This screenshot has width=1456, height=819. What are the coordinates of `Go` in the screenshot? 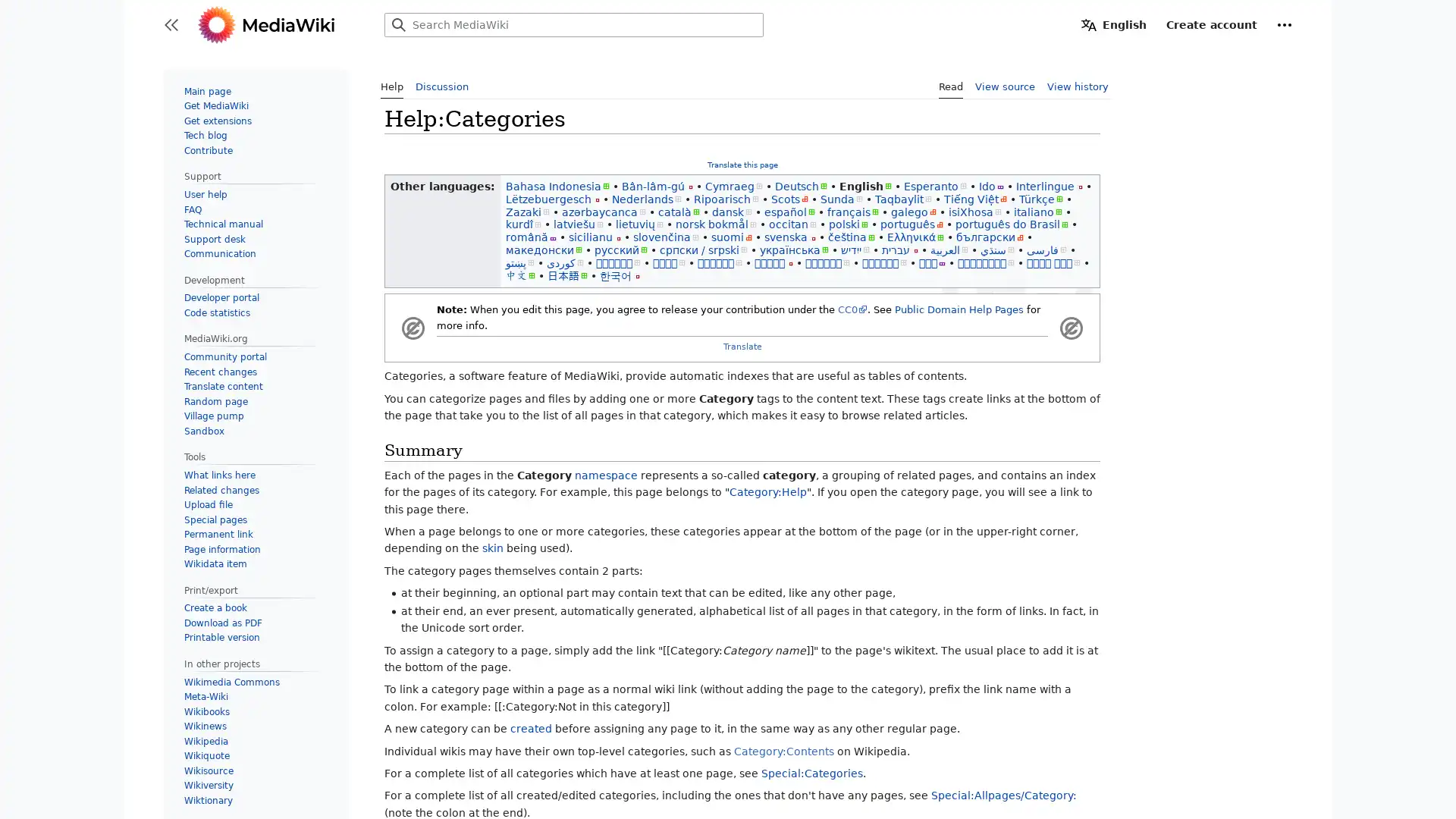 It's located at (399, 25).